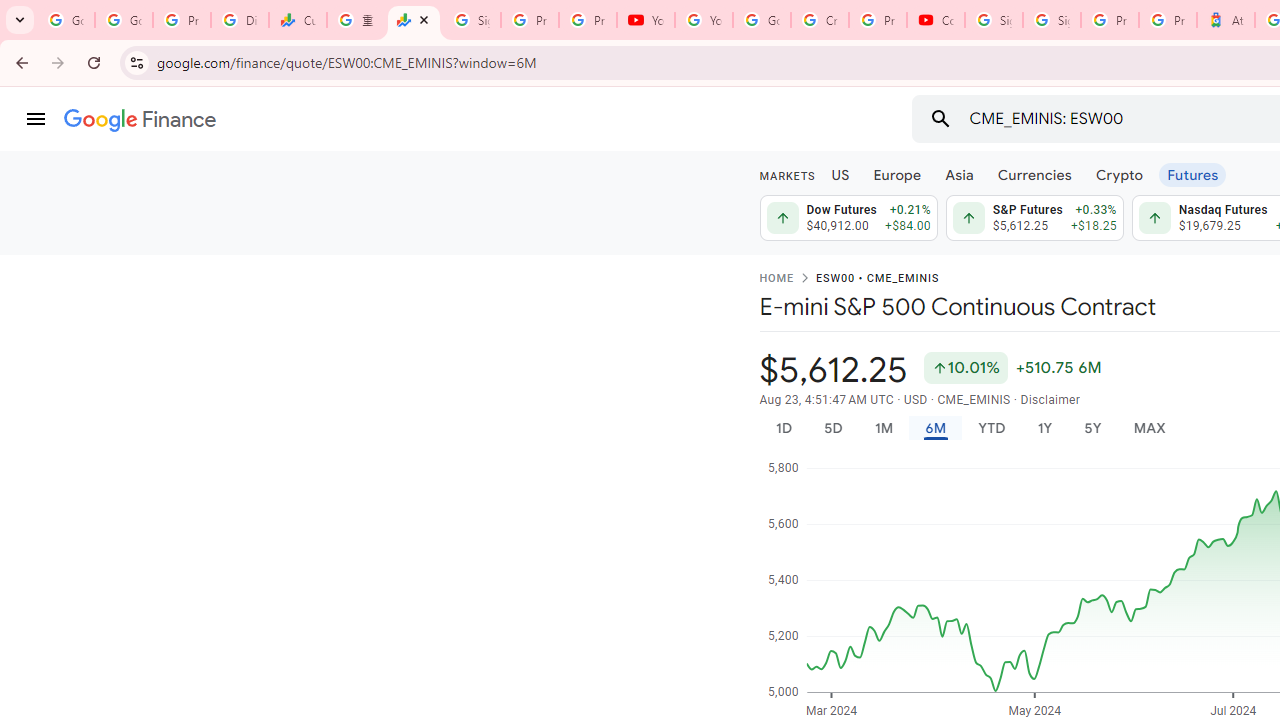  What do you see at coordinates (1034, 173) in the screenshot?
I see `'Currencies'` at bounding box center [1034, 173].